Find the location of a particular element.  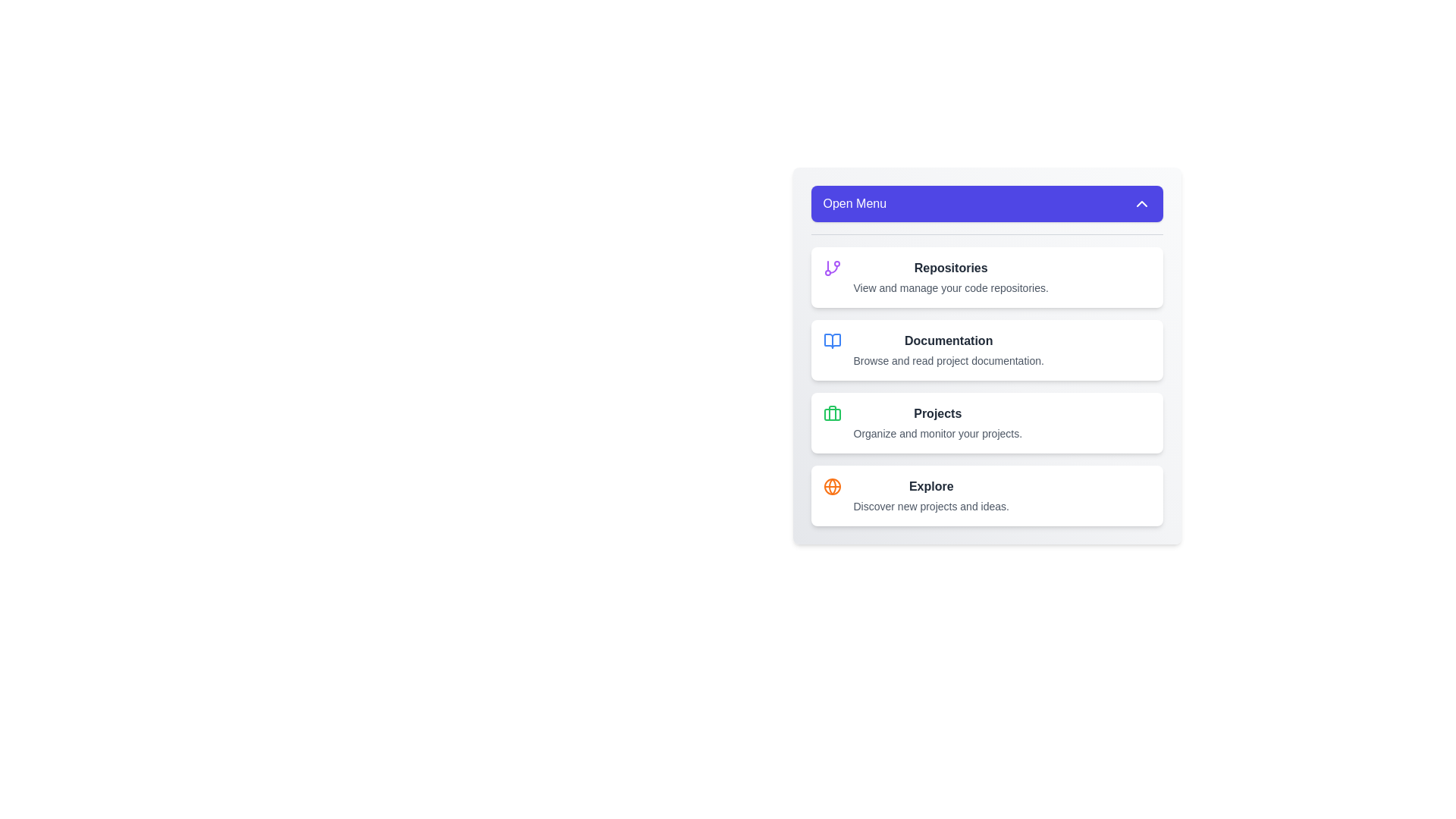

the first clickable card in the vertical list located below the 'Open Menu' header is located at coordinates (987, 278).